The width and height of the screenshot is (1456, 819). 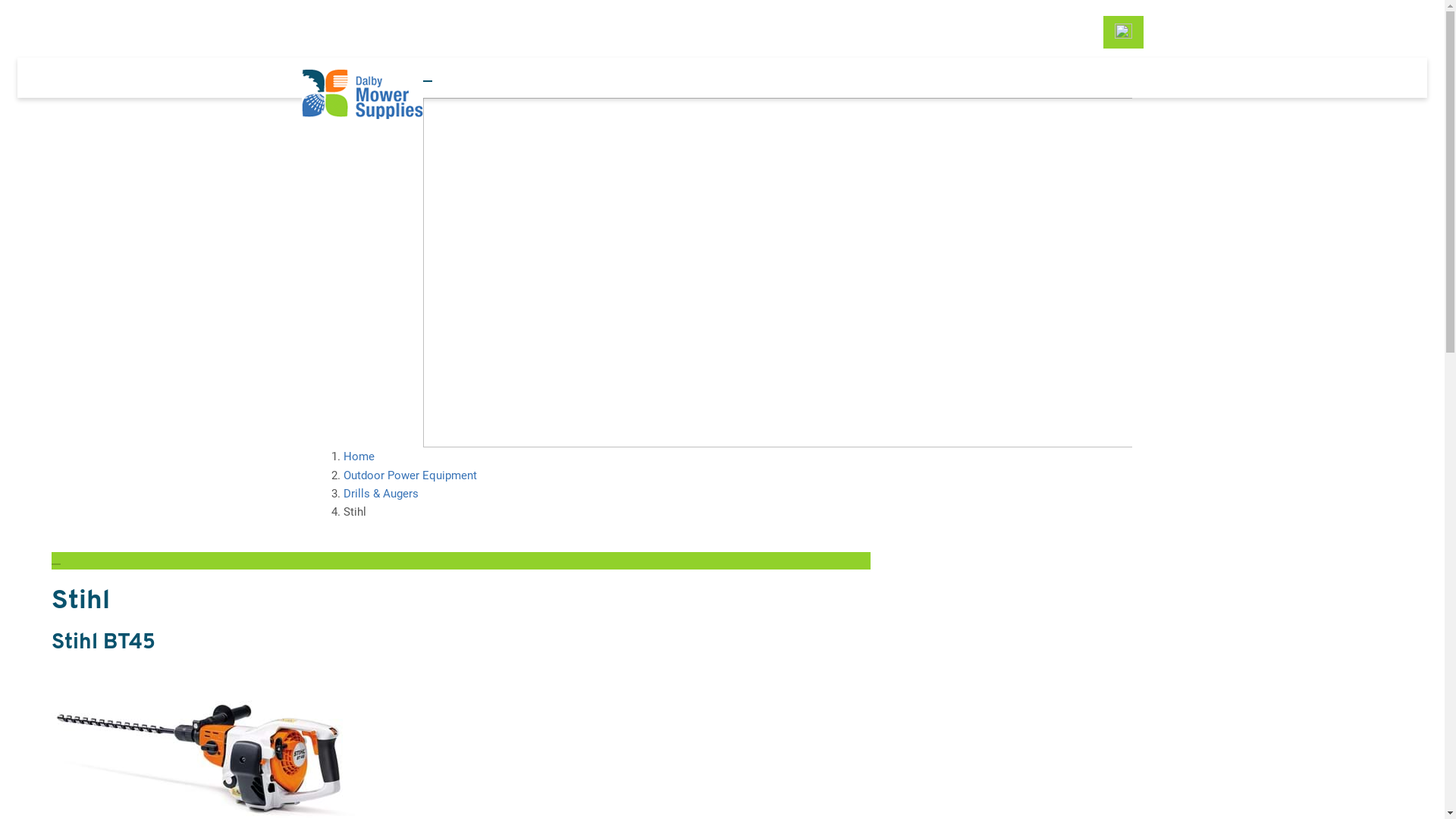 I want to click on 'Home', so click(x=357, y=455).